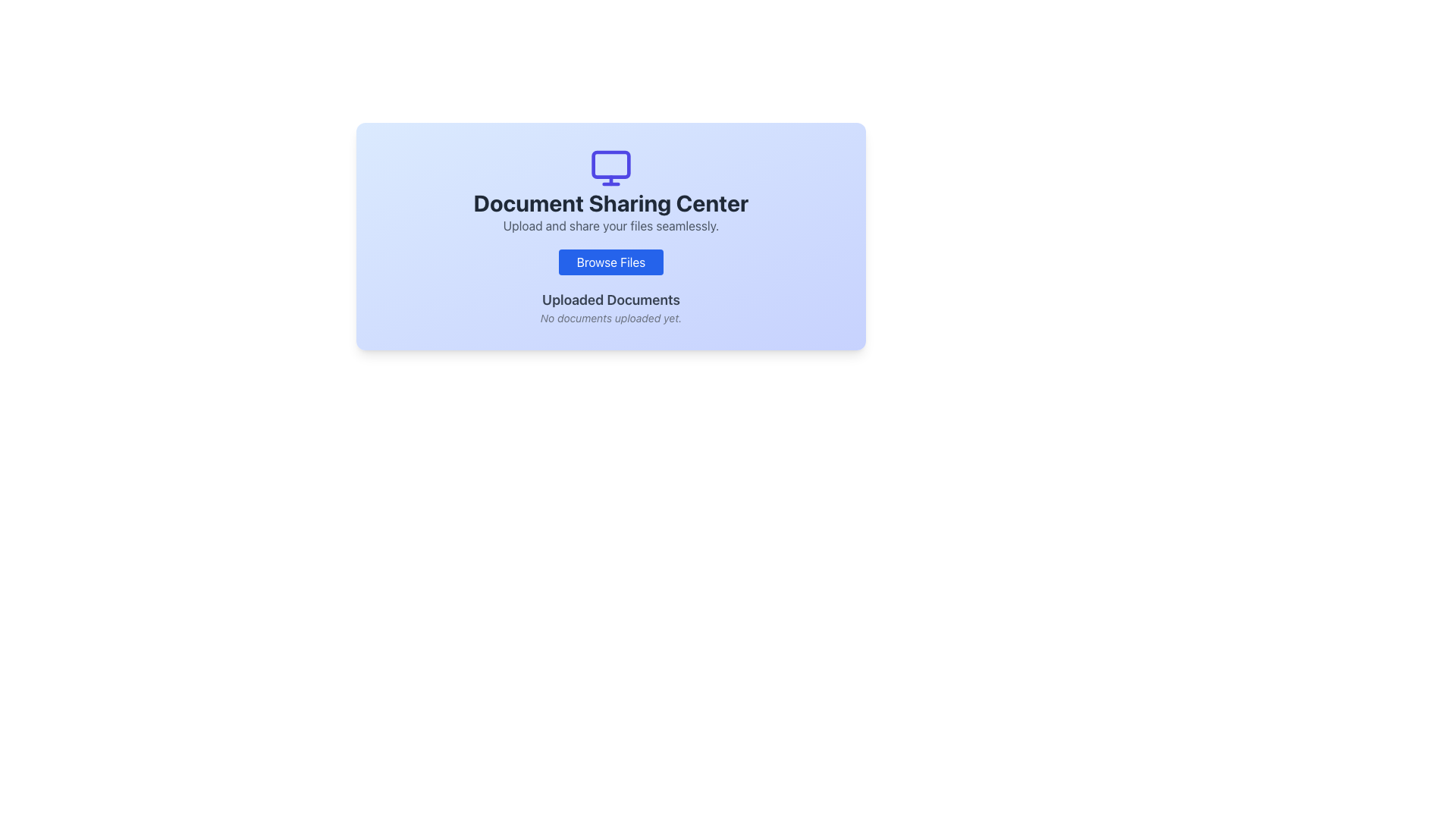 The width and height of the screenshot is (1456, 819). What do you see at coordinates (611, 262) in the screenshot?
I see `the blue button labeled 'Browse Files' to trigger its hover effect` at bounding box center [611, 262].